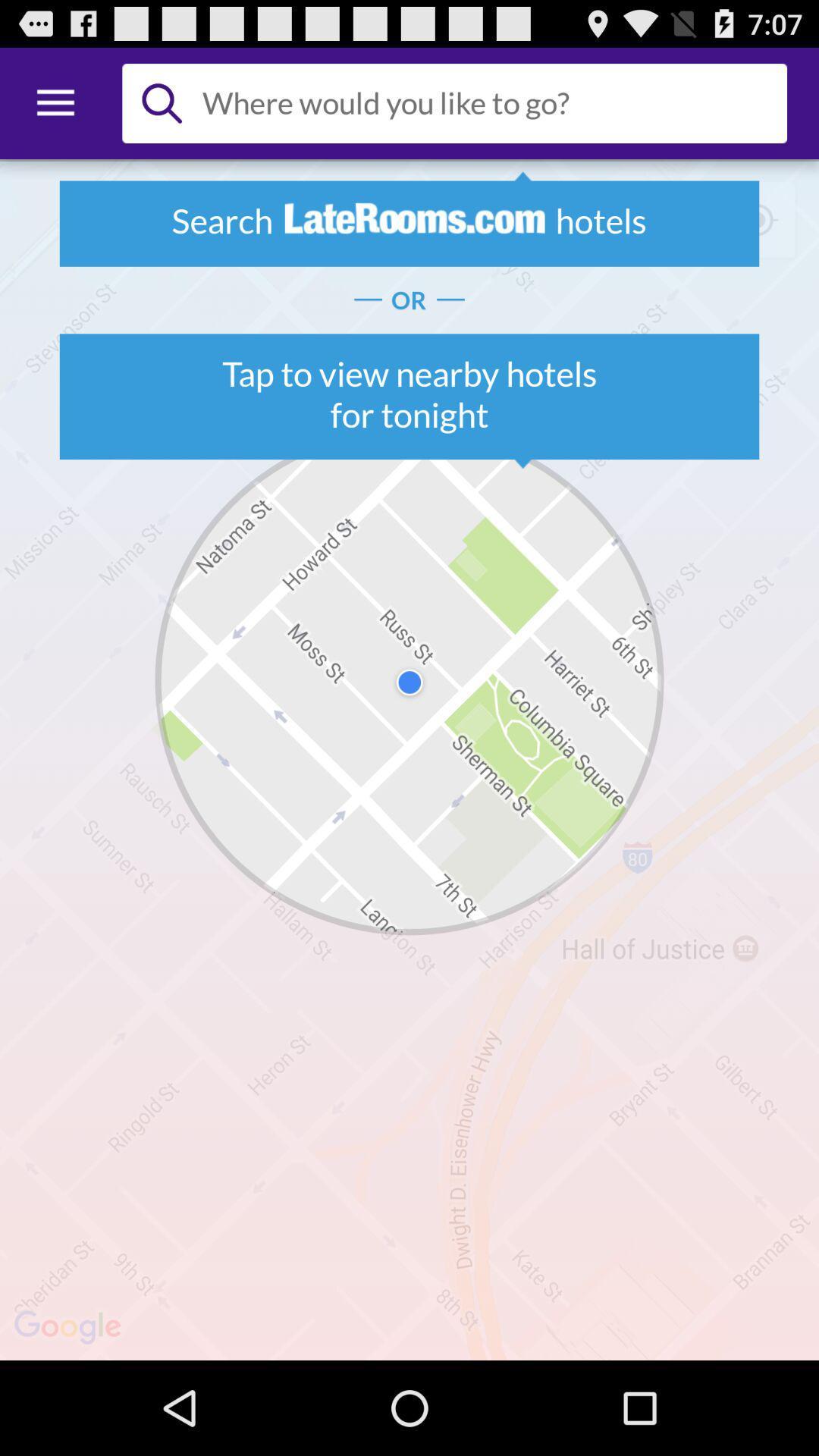 This screenshot has width=819, height=1456. What do you see at coordinates (488, 102) in the screenshot?
I see `search hotels` at bounding box center [488, 102].